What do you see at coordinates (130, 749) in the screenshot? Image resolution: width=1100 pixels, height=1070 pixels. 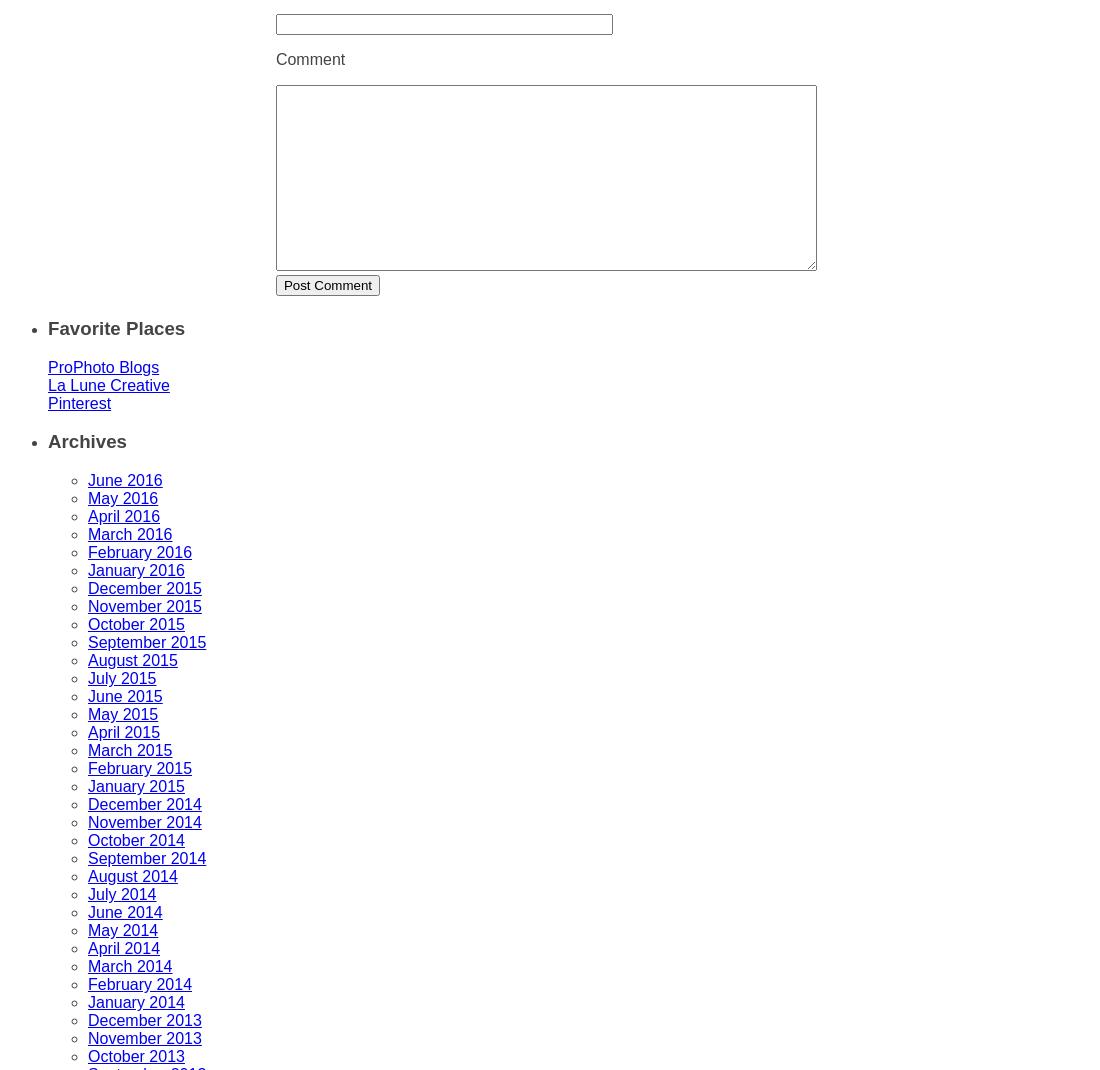 I see `'March 2015'` at bounding box center [130, 749].